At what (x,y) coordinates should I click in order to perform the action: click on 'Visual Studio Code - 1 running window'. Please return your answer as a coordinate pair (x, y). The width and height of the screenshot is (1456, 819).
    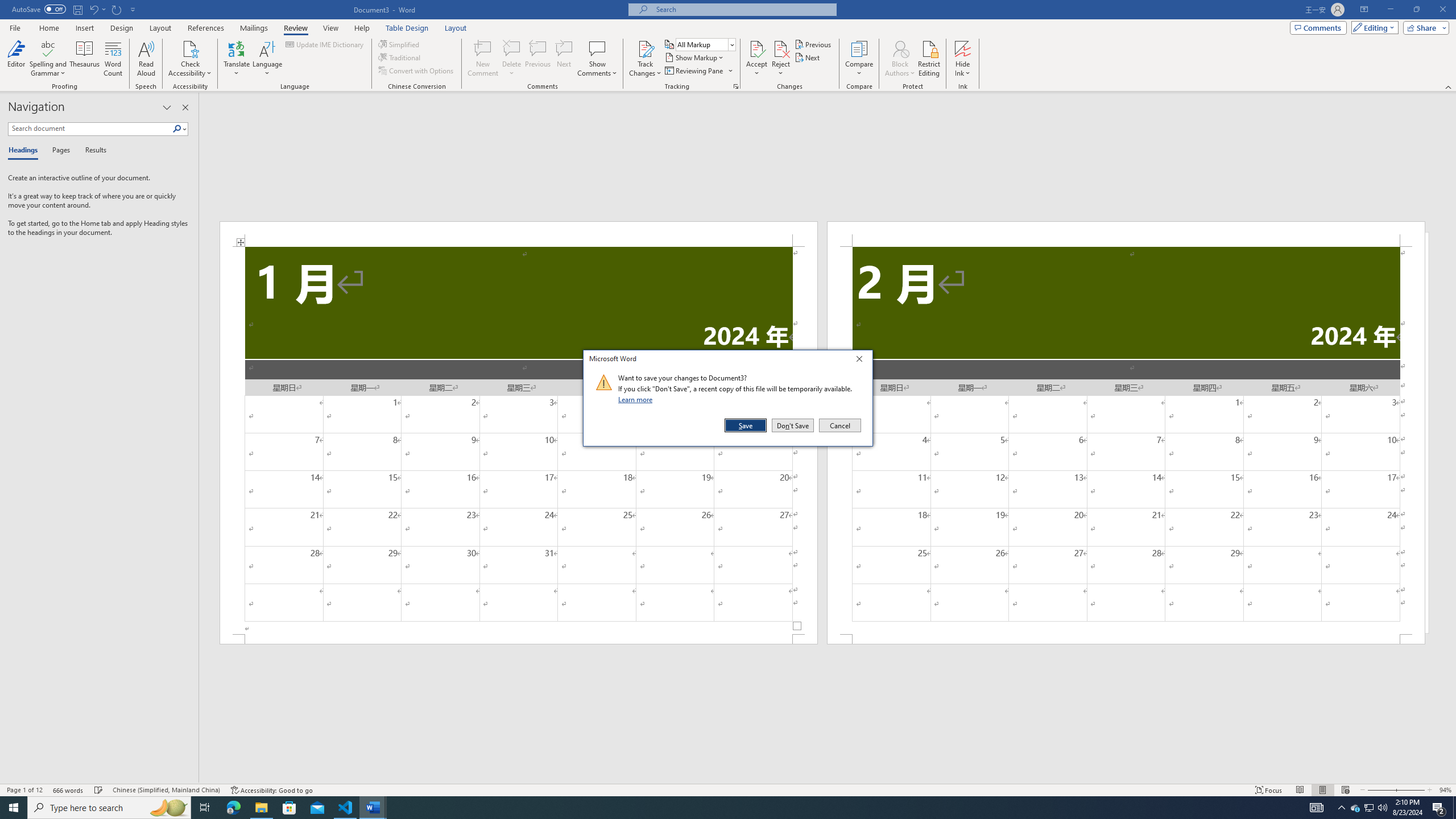
    Looking at the image, I should click on (345, 806).